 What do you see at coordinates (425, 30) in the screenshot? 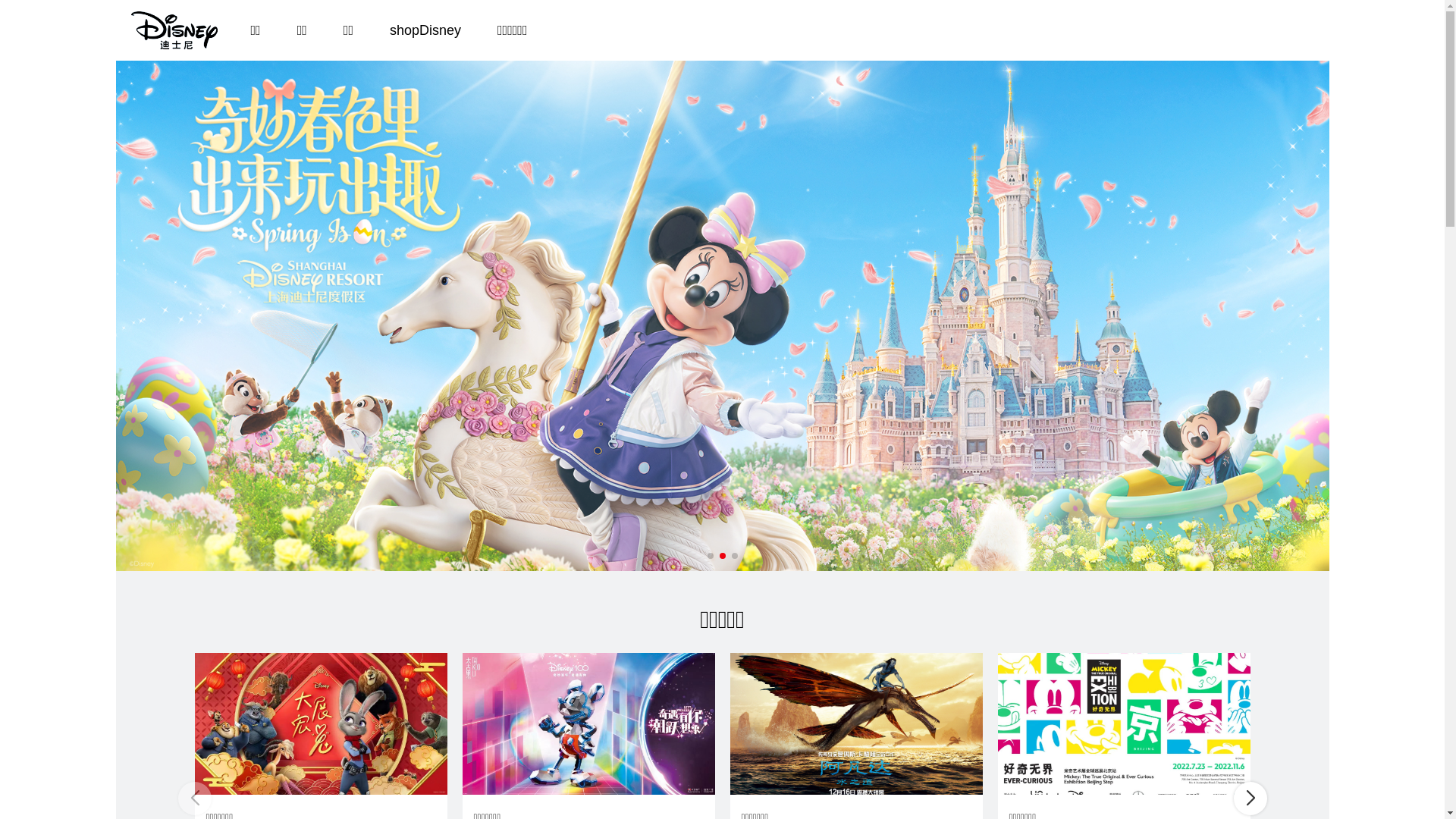
I see `'shopDisney'` at bounding box center [425, 30].